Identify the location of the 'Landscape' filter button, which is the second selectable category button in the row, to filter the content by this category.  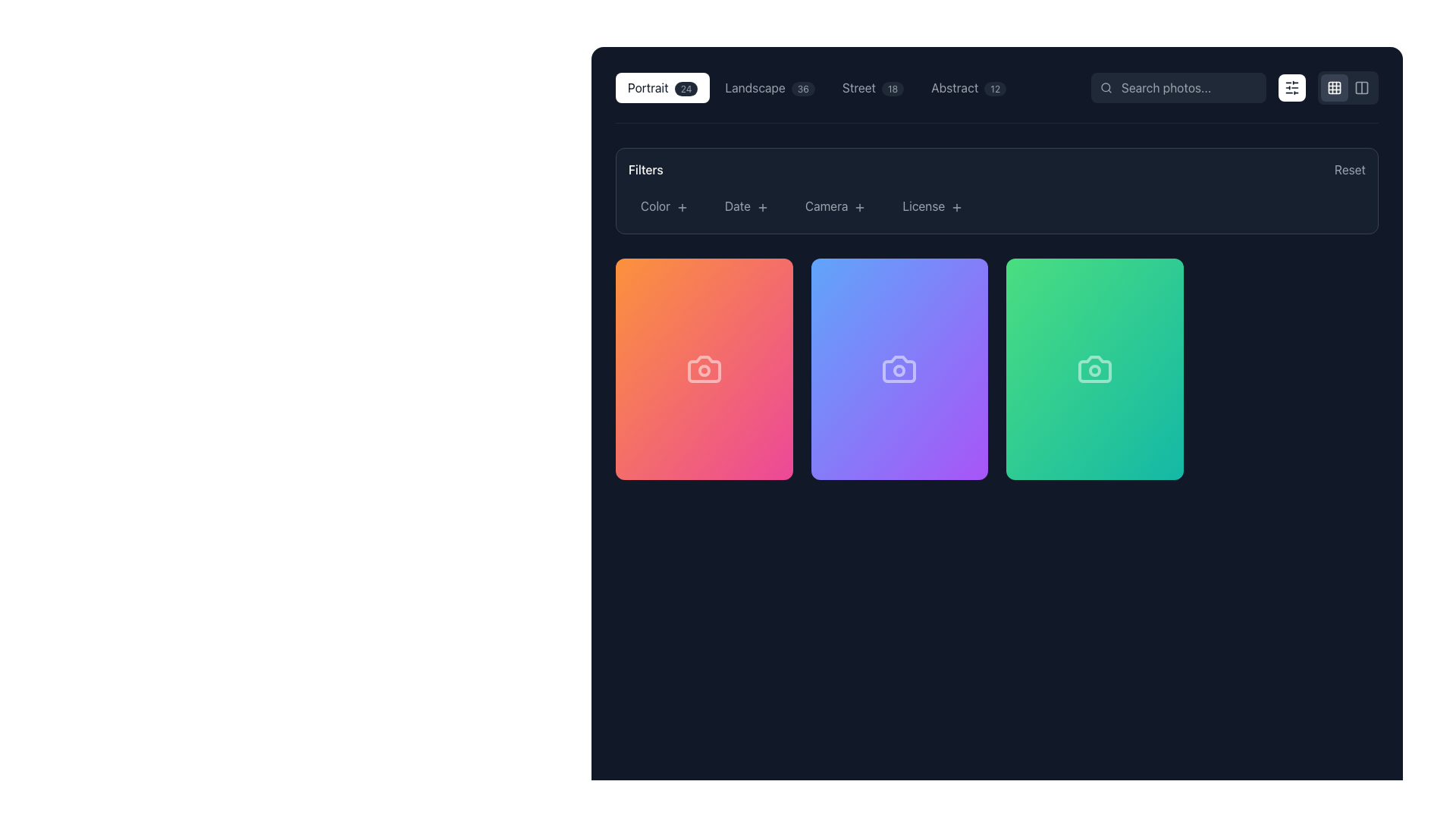
(816, 87).